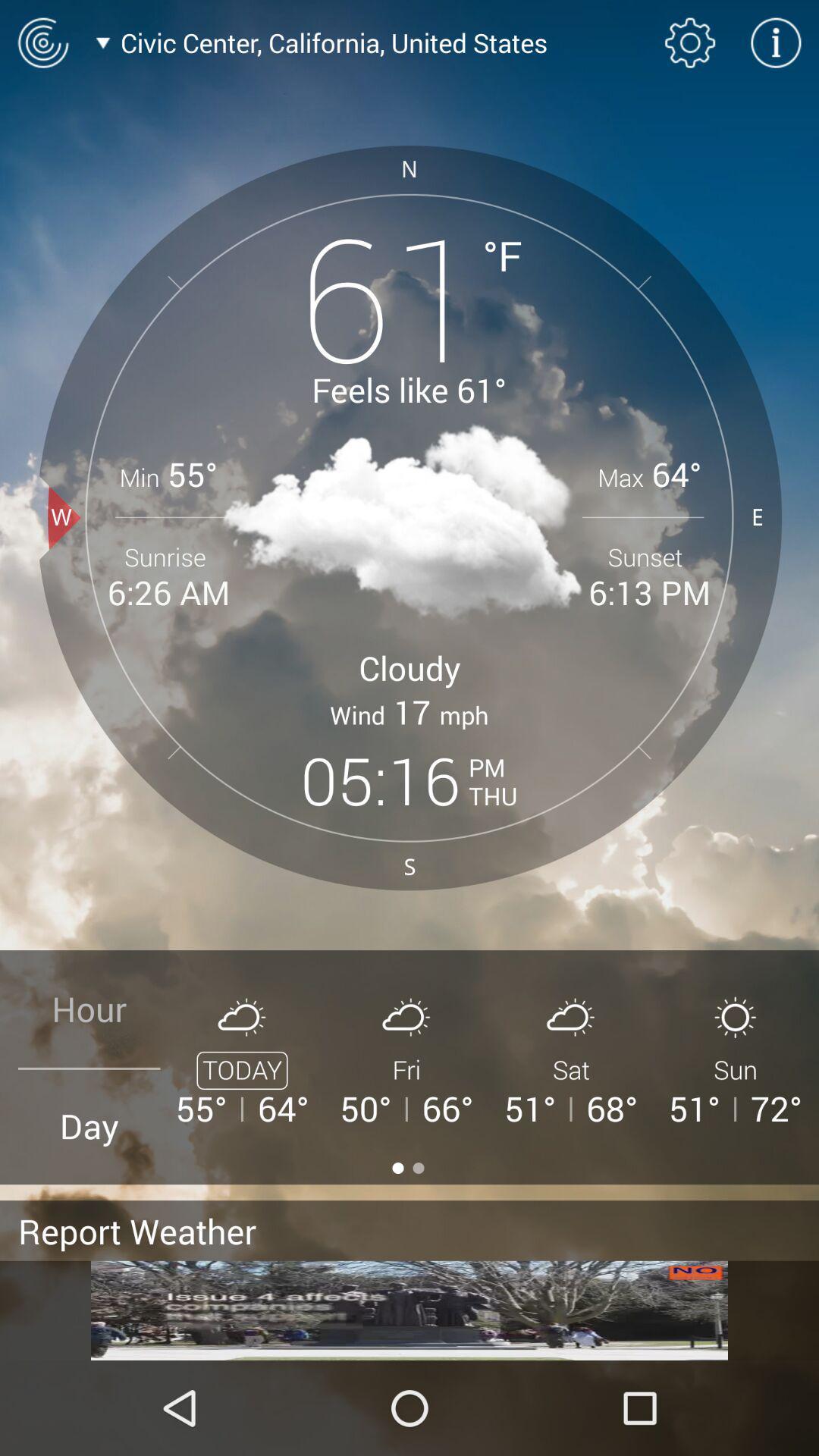  What do you see at coordinates (42, 42) in the screenshot?
I see `the visibility icon` at bounding box center [42, 42].